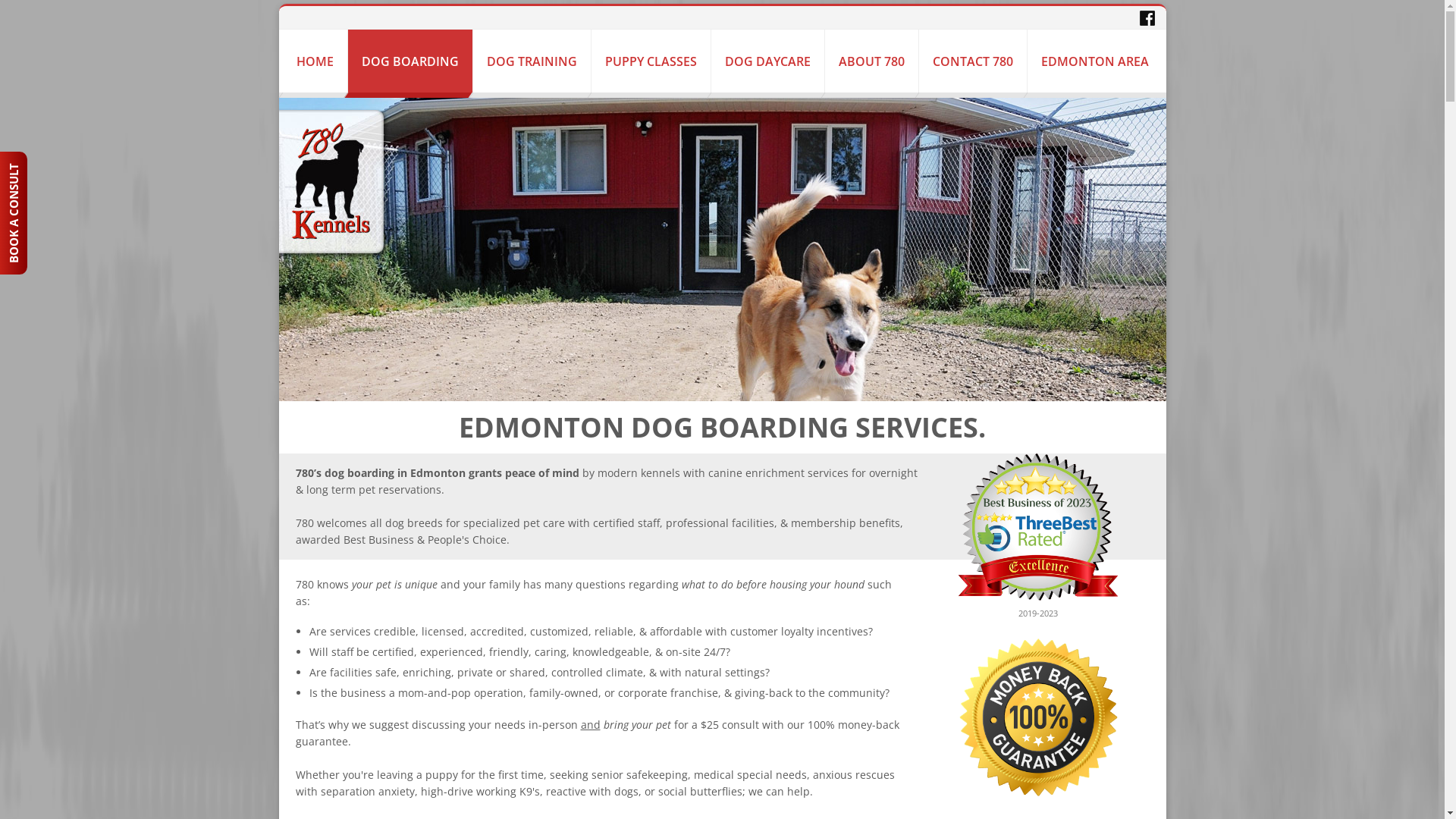  Describe the element at coordinates (871, 60) in the screenshot. I see `'ABOUT 780'` at that location.